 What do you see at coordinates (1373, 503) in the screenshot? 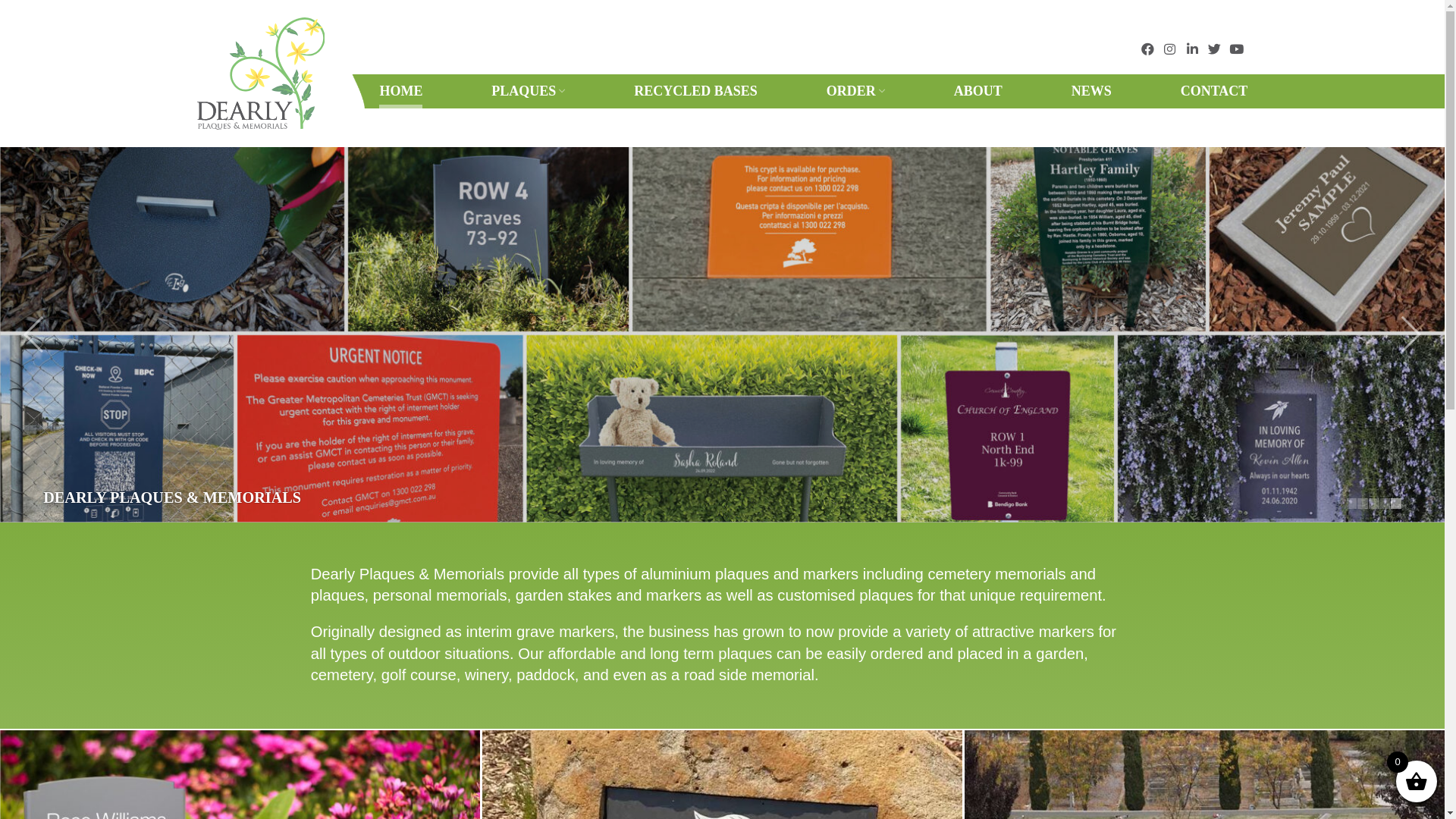
I see `'3'` at bounding box center [1373, 503].